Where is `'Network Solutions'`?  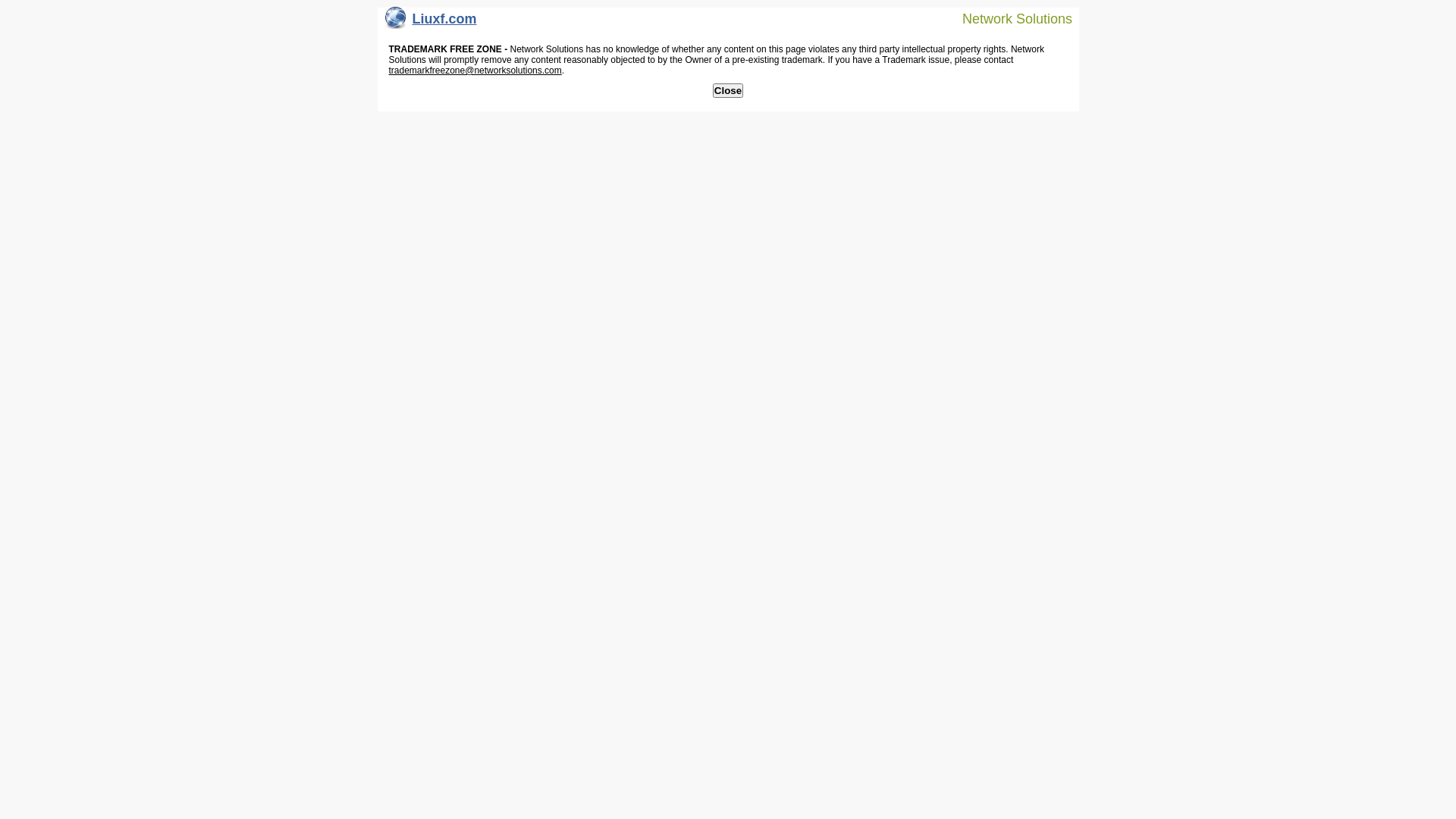 'Network Solutions' is located at coordinates (1008, 17).